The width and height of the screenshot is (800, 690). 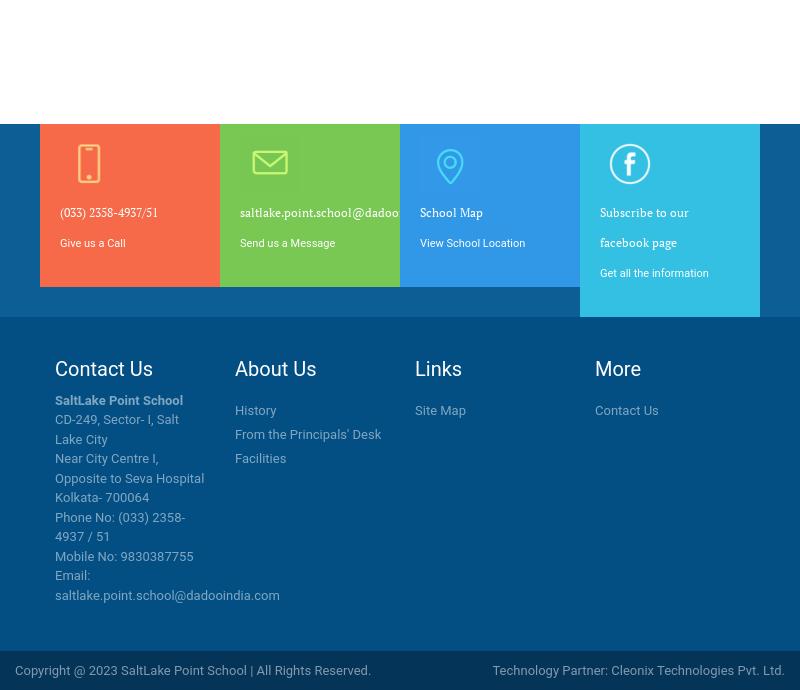 What do you see at coordinates (54, 467) in the screenshot?
I see `'Near City Centre I, Opposite to Seva Hospital'` at bounding box center [54, 467].